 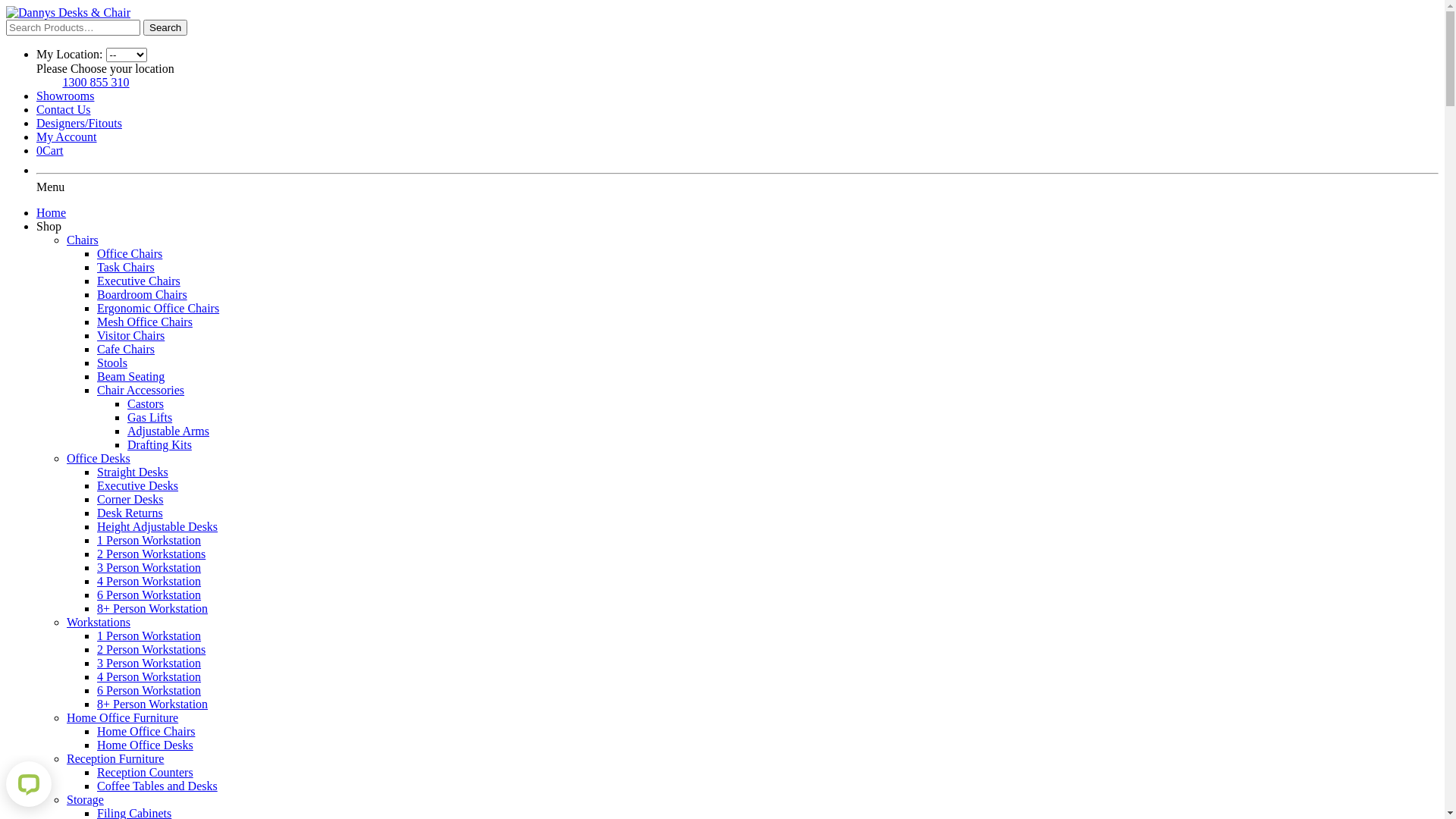 I want to click on 'Shop', so click(x=49, y=226).